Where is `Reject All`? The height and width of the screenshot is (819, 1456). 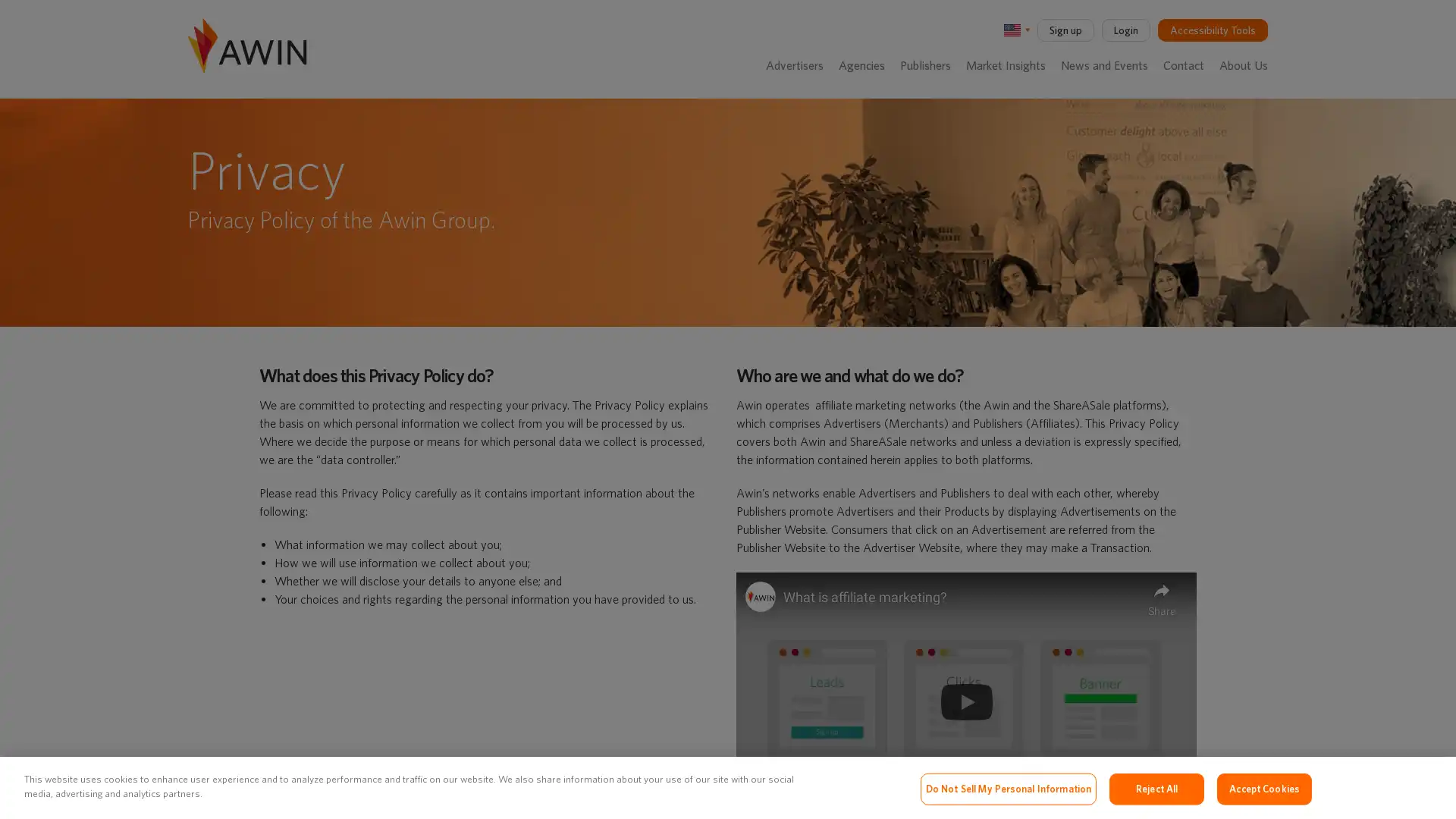 Reject All is located at coordinates (1156, 788).